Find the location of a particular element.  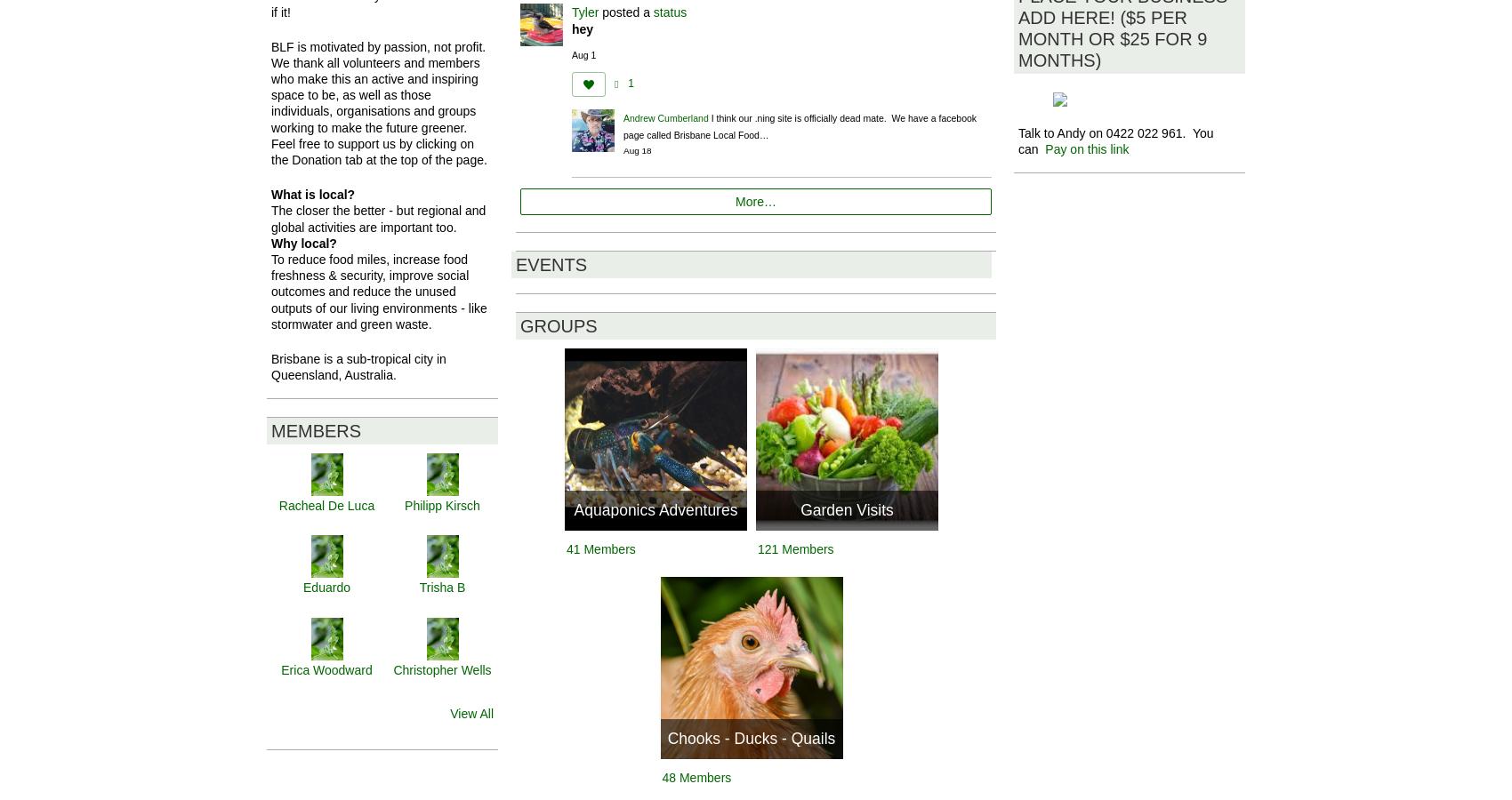

'Philipp Kirsch' is located at coordinates (404, 505).